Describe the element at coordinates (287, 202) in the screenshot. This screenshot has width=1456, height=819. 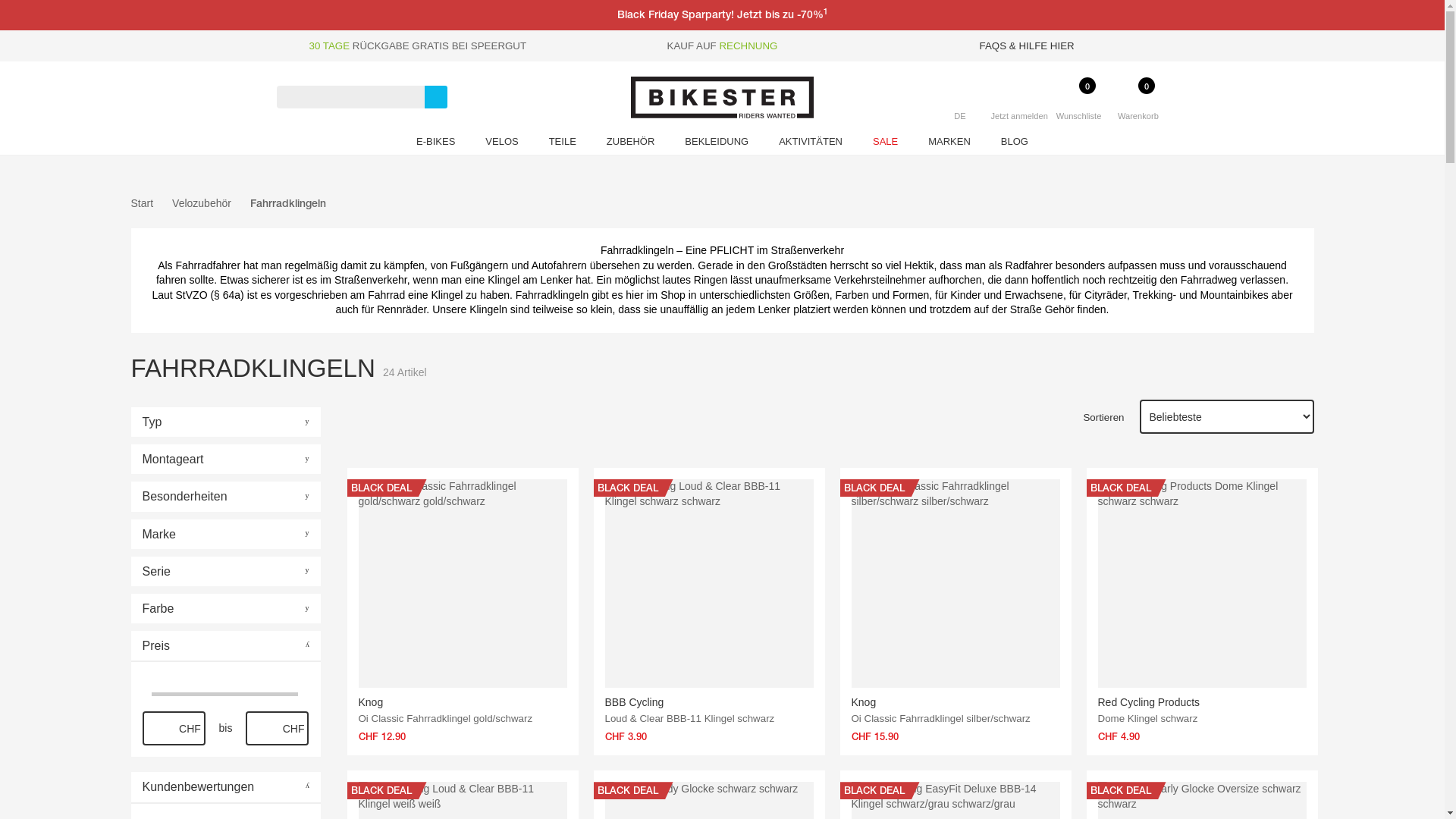
I see `'Fahrradklingeln'` at that location.